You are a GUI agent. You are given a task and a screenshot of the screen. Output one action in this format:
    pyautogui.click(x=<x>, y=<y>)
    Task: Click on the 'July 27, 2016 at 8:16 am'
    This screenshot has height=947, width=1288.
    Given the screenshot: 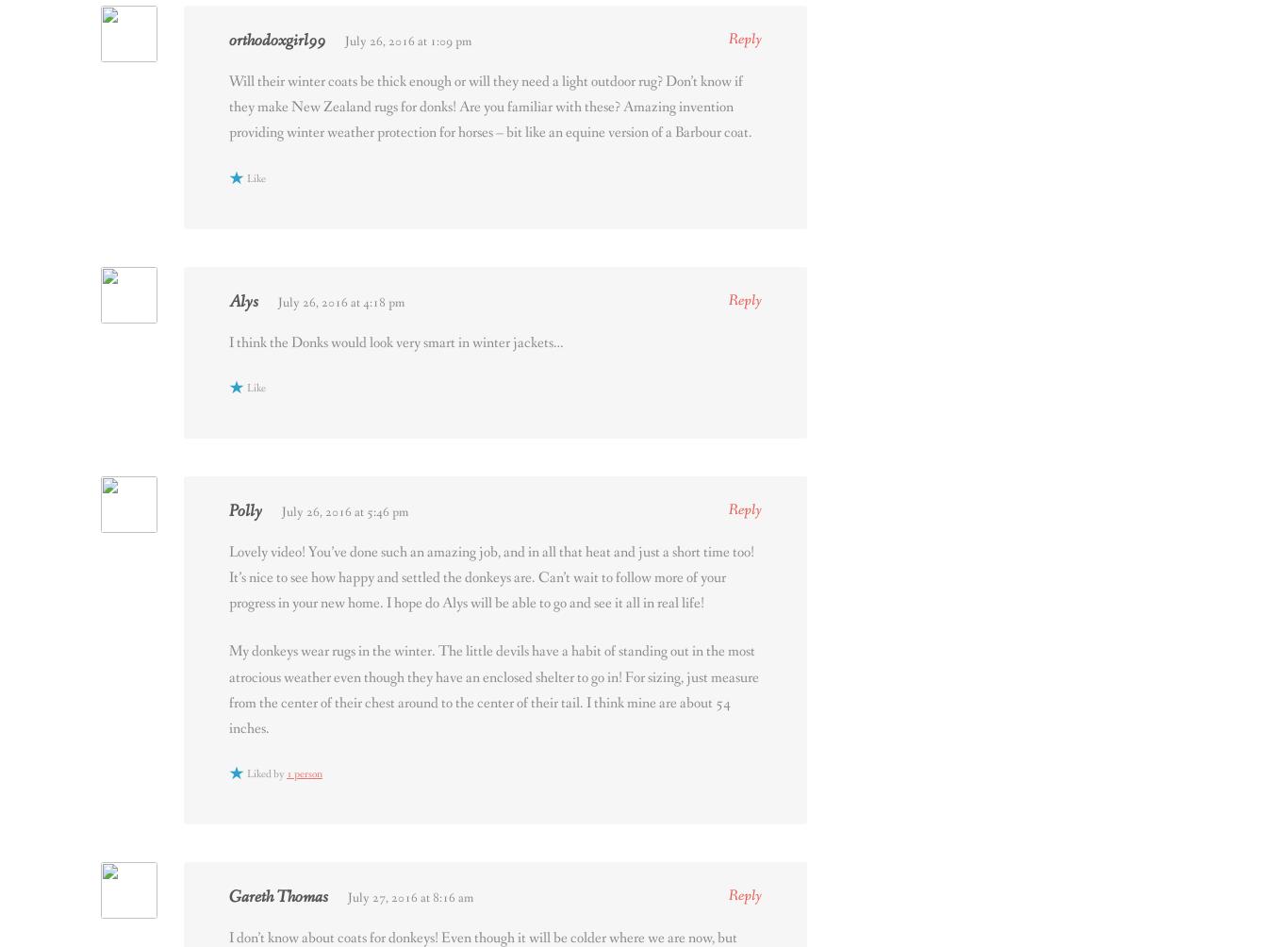 What is the action you would take?
    pyautogui.click(x=346, y=896)
    